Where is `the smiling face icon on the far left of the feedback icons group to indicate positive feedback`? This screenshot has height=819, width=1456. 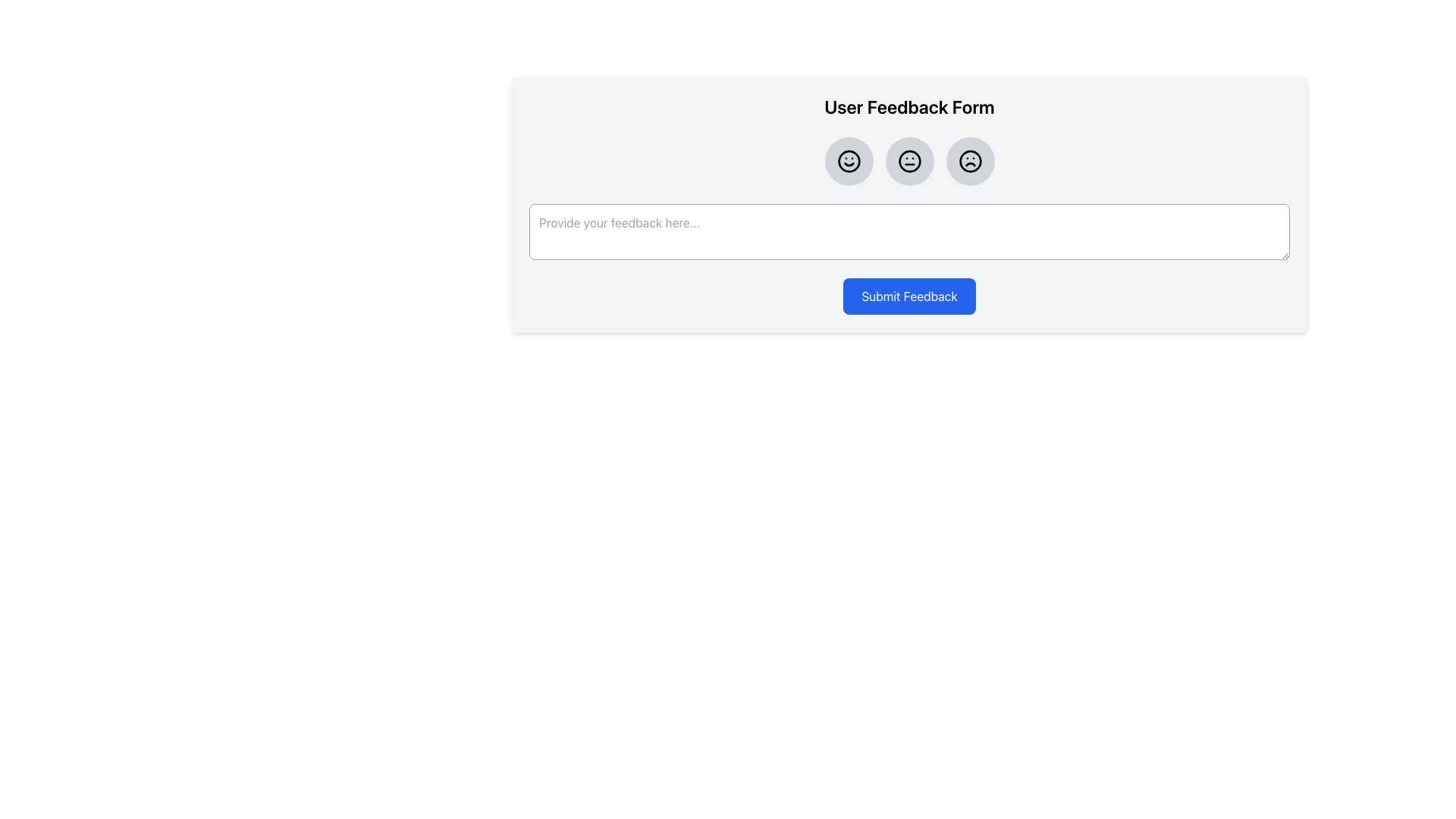 the smiling face icon on the far left of the feedback icons group to indicate positive feedback is located at coordinates (848, 161).